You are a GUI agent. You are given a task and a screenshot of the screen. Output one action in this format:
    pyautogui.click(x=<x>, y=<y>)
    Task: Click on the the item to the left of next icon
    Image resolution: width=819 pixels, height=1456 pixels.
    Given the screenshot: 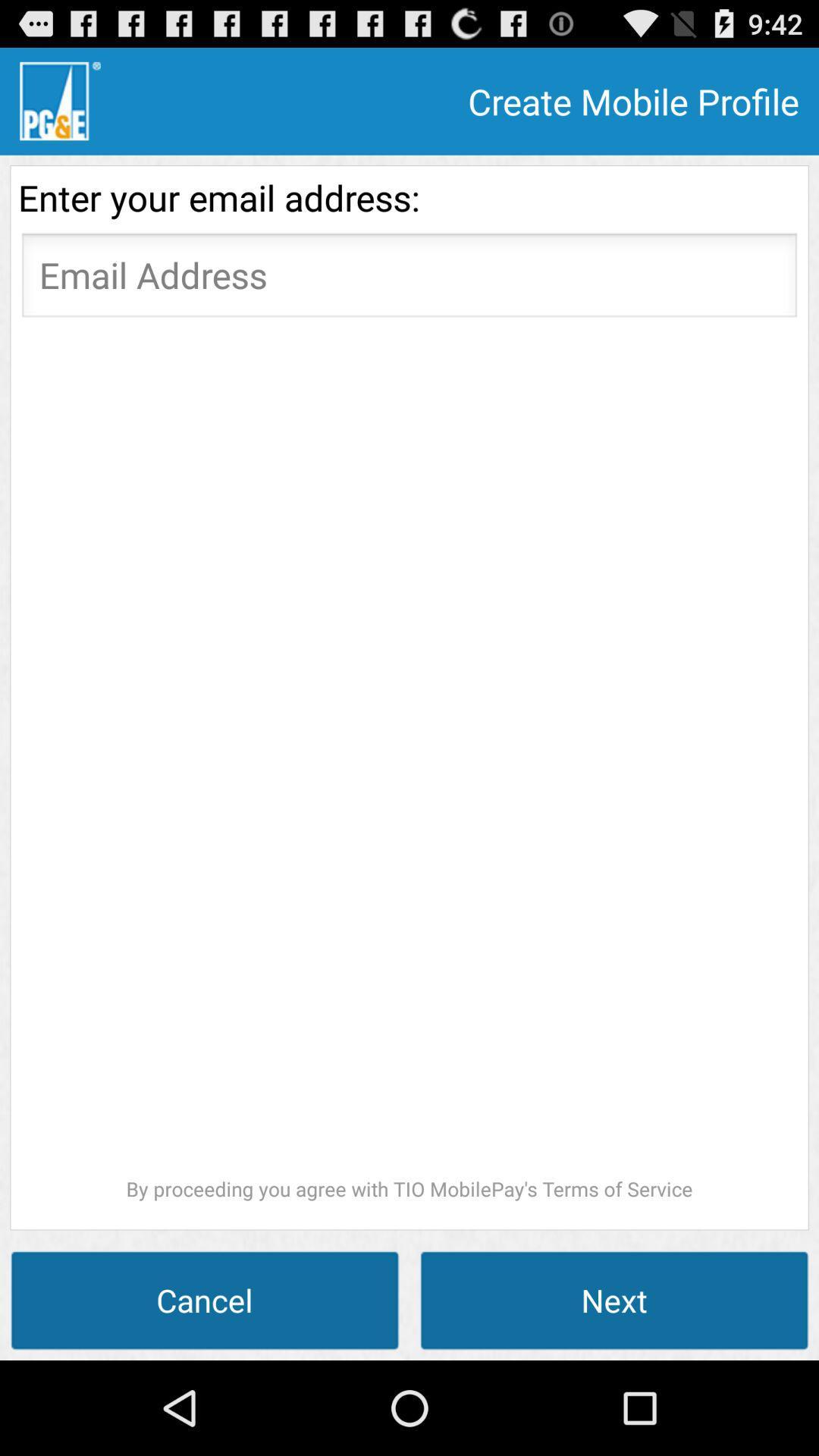 What is the action you would take?
    pyautogui.click(x=205, y=1299)
    